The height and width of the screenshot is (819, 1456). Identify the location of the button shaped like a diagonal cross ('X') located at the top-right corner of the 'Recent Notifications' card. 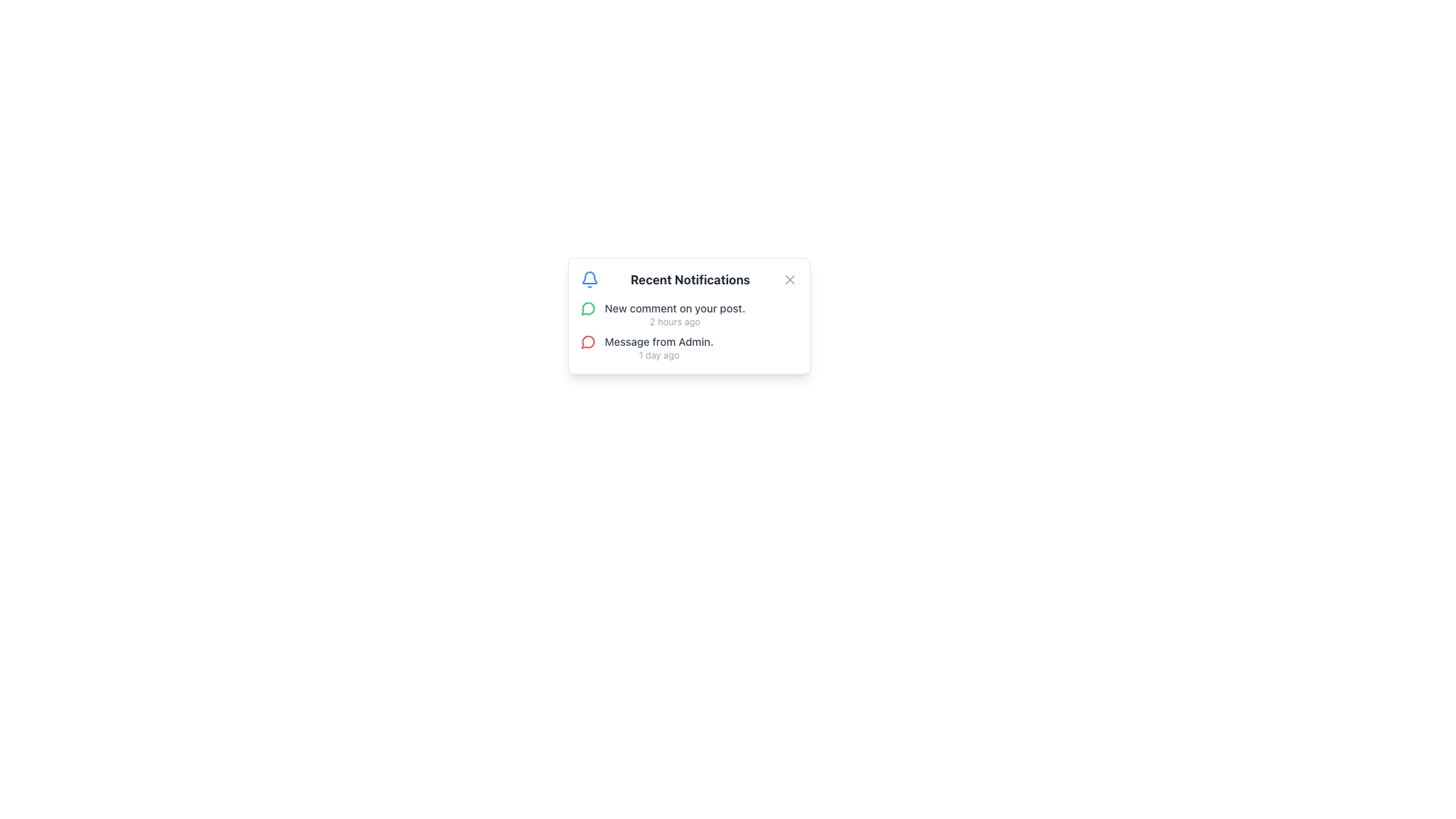
(789, 280).